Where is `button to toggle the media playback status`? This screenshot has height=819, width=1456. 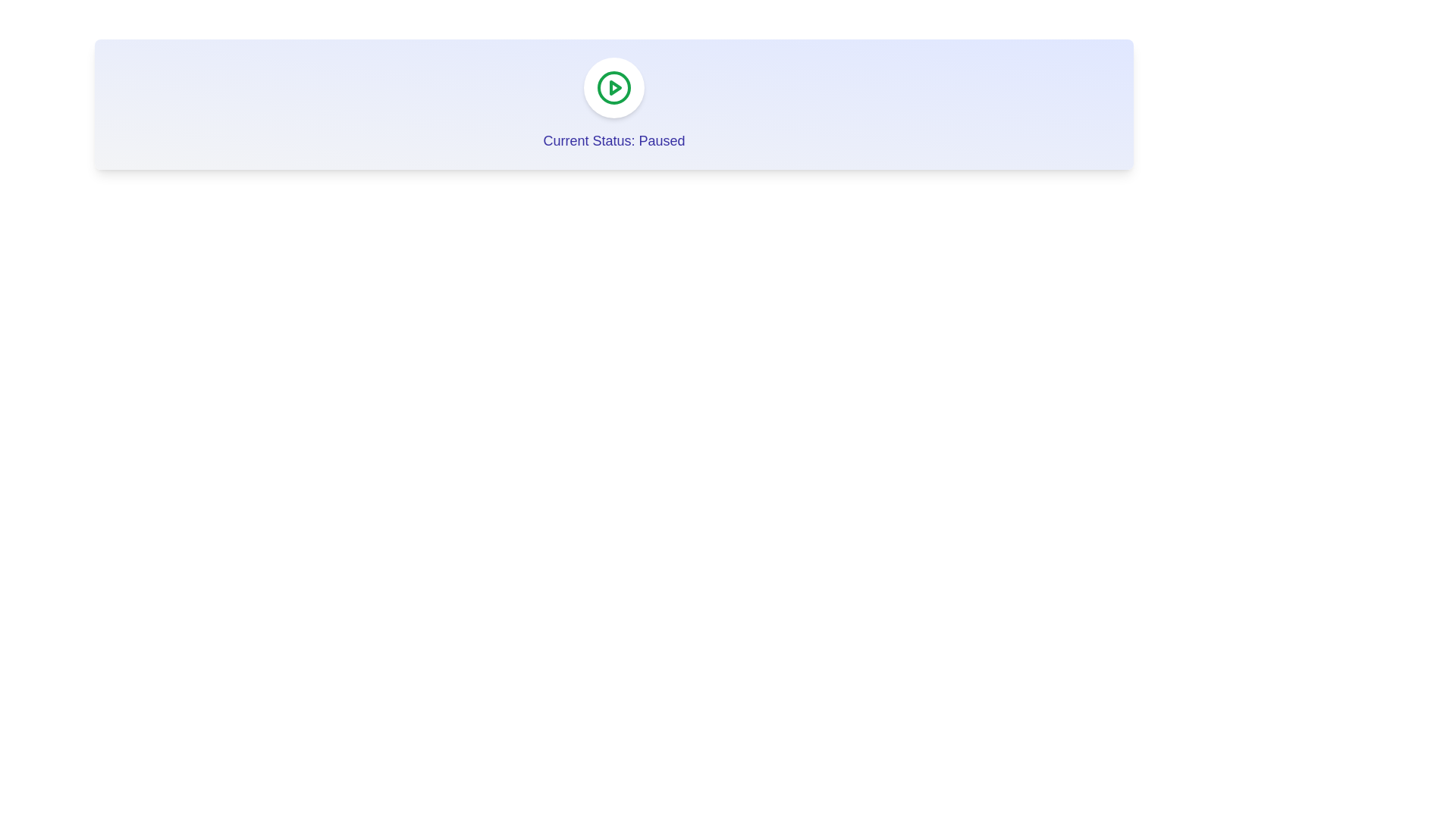
button to toggle the media playback status is located at coordinates (614, 87).